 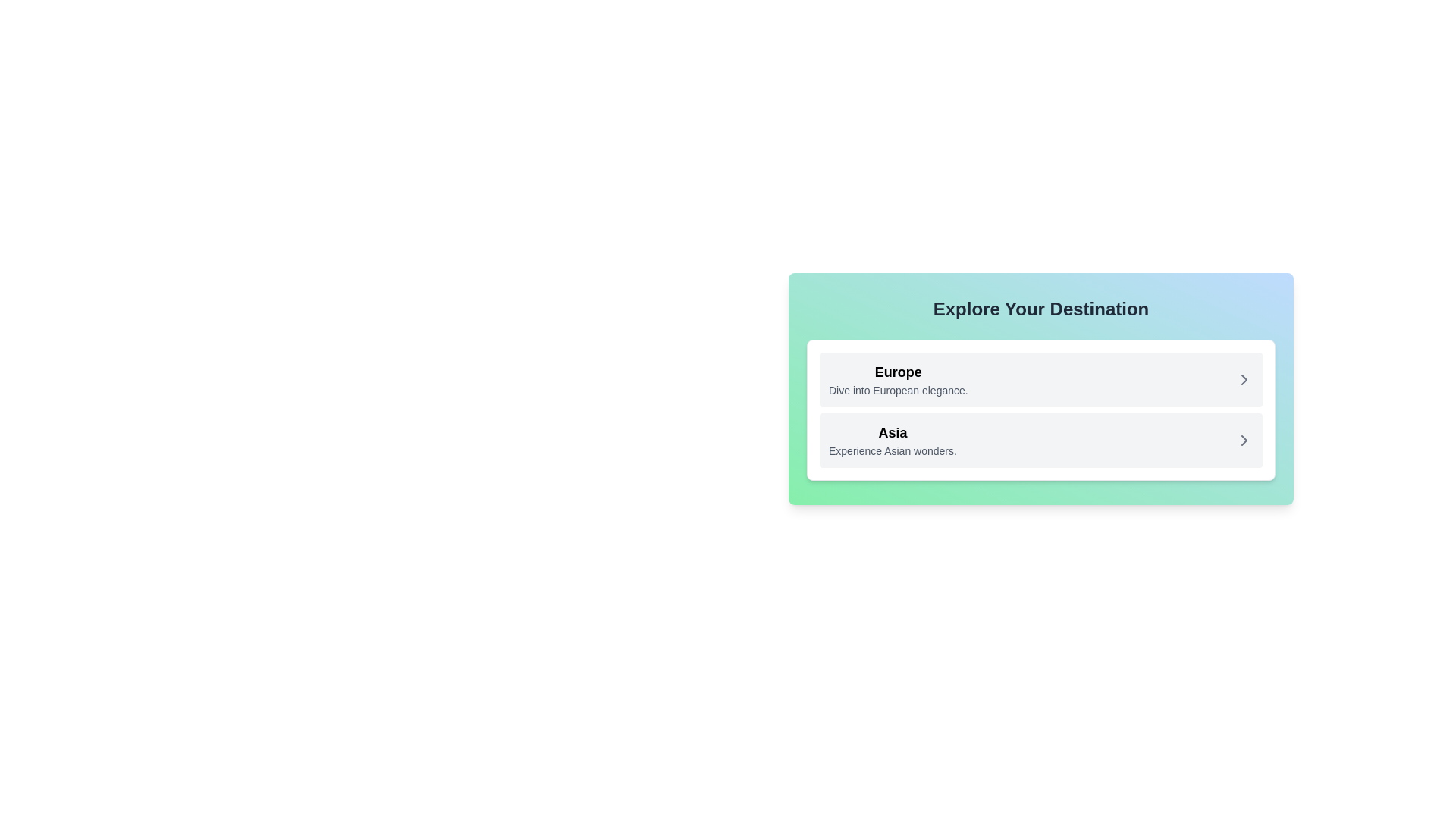 What do you see at coordinates (1244, 379) in the screenshot?
I see `the right-pointing gray chevron icon within the 'Europe' interactive card` at bounding box center [1244, 379].